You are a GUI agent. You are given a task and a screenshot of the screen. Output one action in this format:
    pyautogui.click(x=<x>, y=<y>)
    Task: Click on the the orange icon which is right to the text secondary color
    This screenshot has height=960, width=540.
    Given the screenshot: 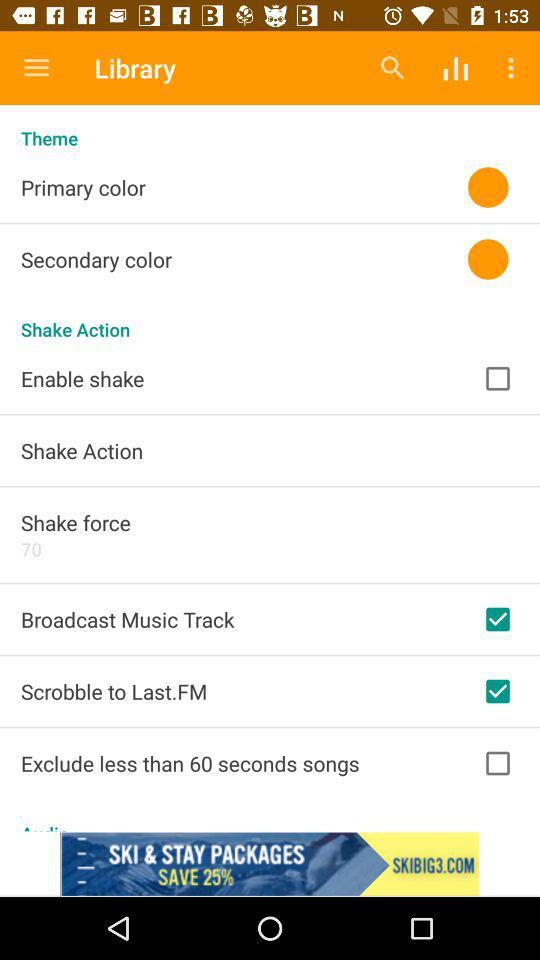 What is the action you would take?
    pyautogui.click(x=487, y=258)
    